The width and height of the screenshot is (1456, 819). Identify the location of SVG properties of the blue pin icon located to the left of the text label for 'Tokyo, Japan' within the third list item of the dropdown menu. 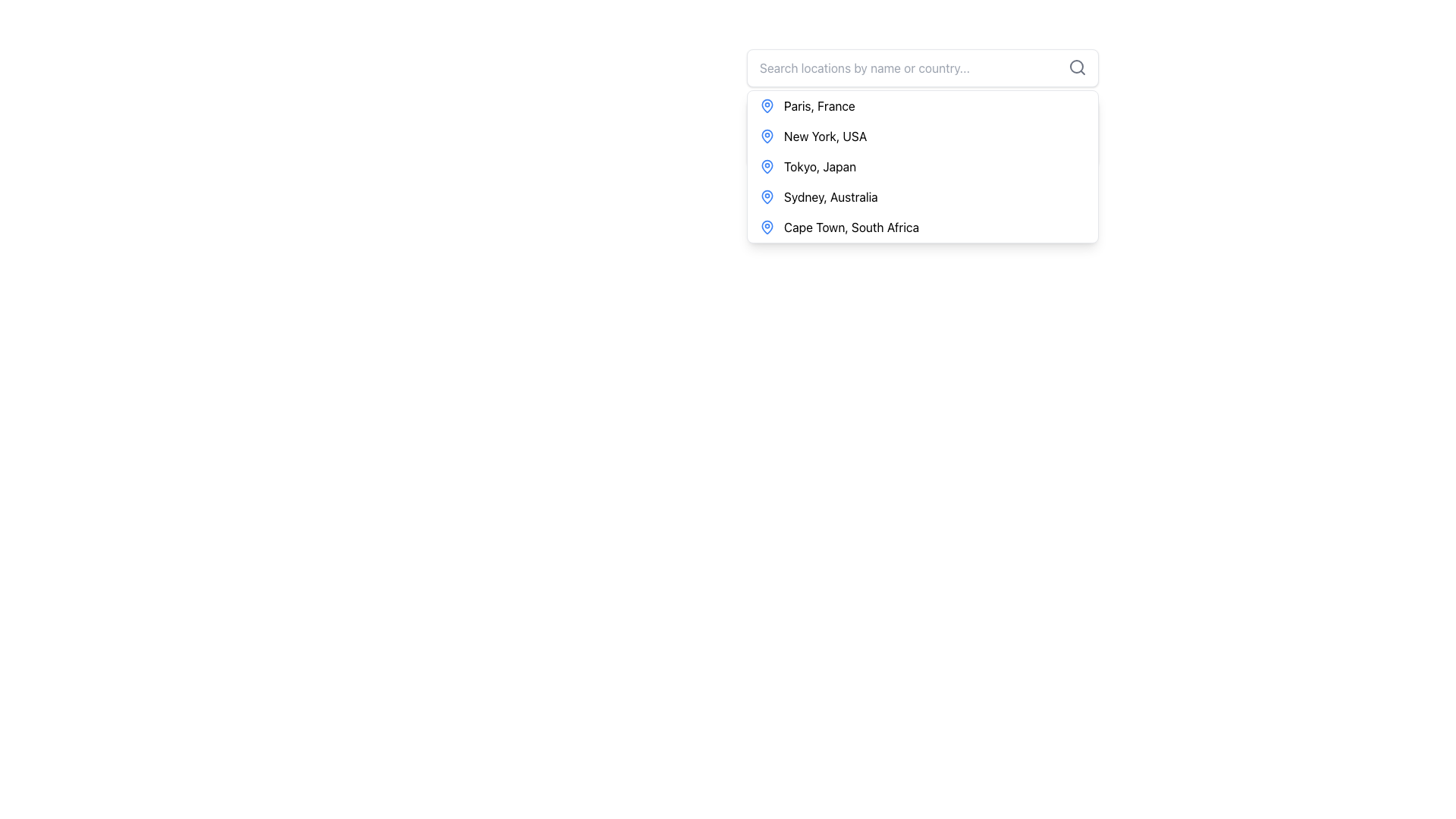
(767, 166).